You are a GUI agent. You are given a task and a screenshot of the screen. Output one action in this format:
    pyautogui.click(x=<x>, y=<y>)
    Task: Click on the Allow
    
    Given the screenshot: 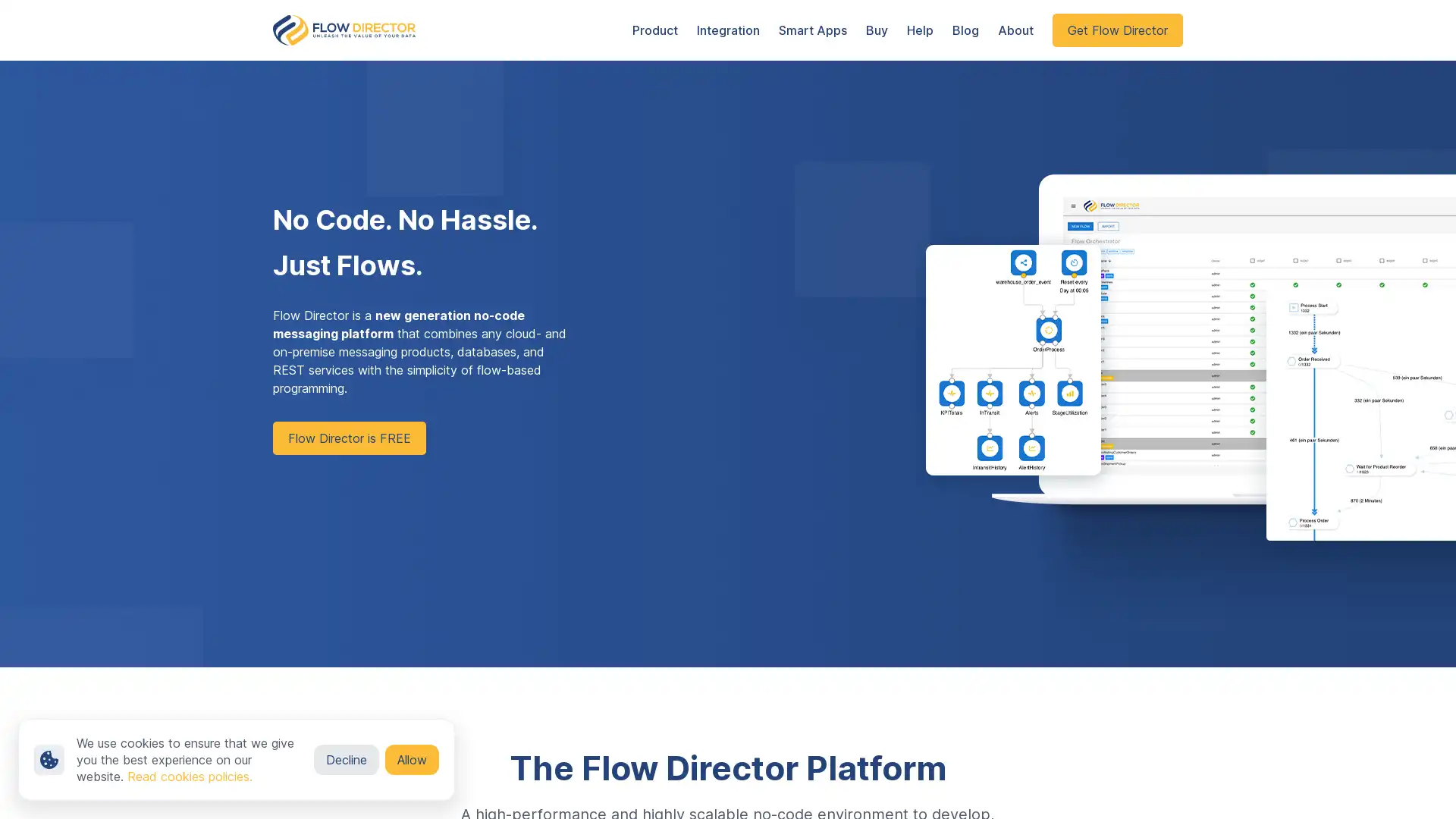 What is the action you would take?
    pyautogui.click(x=412, y=760)
    